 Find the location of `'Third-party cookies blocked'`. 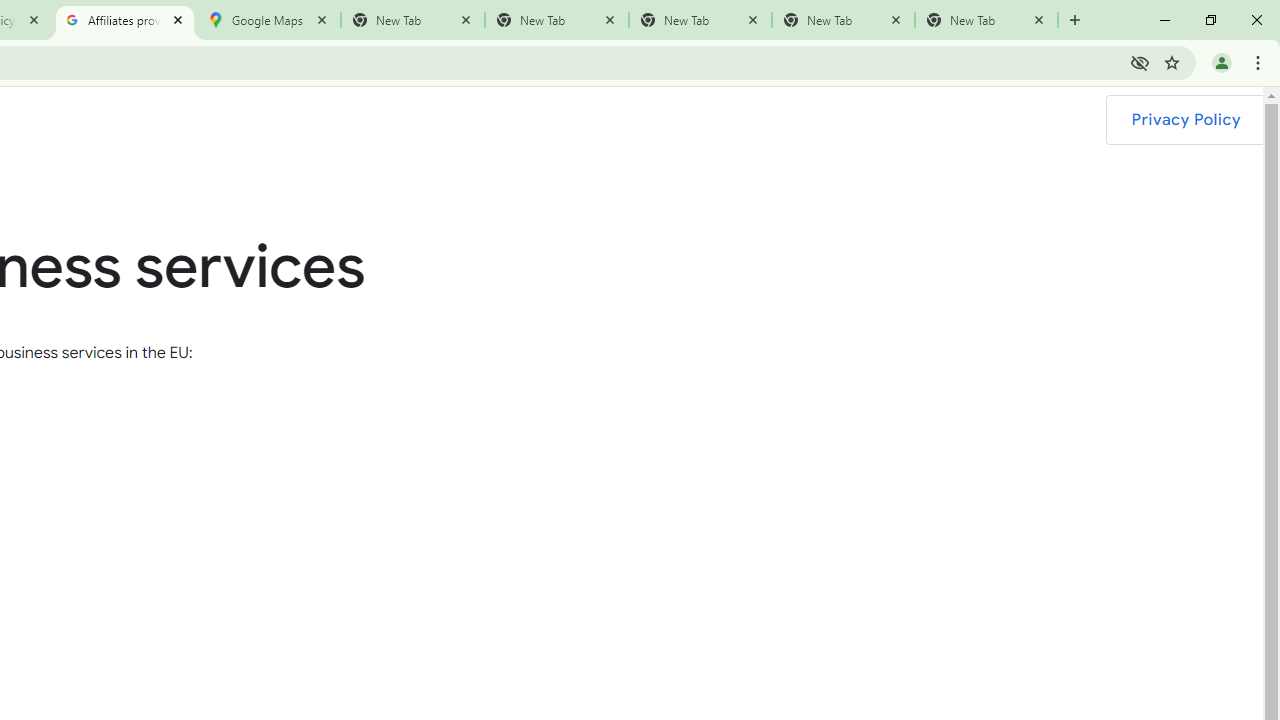

'Third-party cookies blocked' is located at coordinates (1139, 61).